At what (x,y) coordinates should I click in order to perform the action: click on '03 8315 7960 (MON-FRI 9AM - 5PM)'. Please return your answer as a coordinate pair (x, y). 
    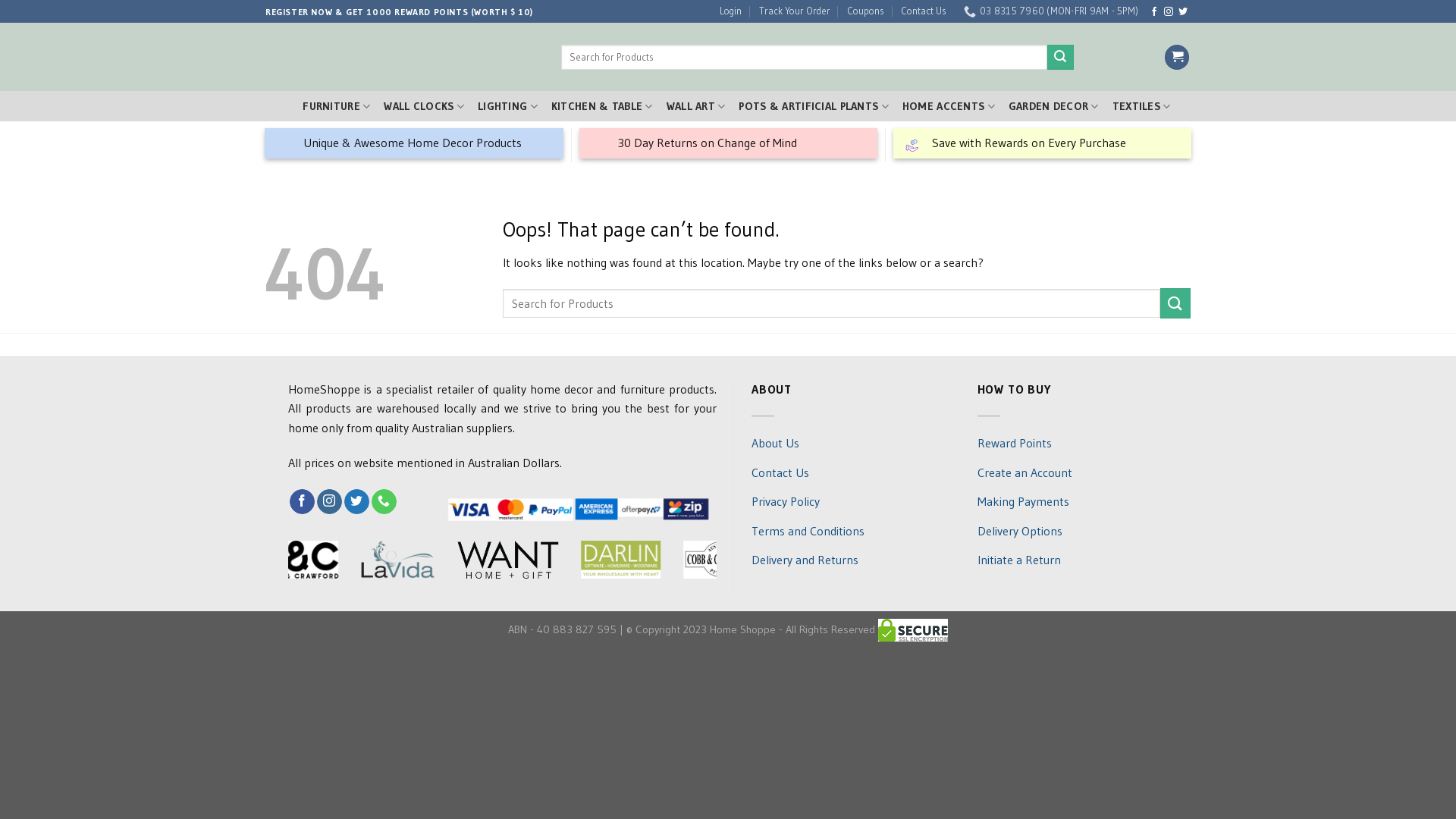
    Looking at the image, I should click on (1043, 11).